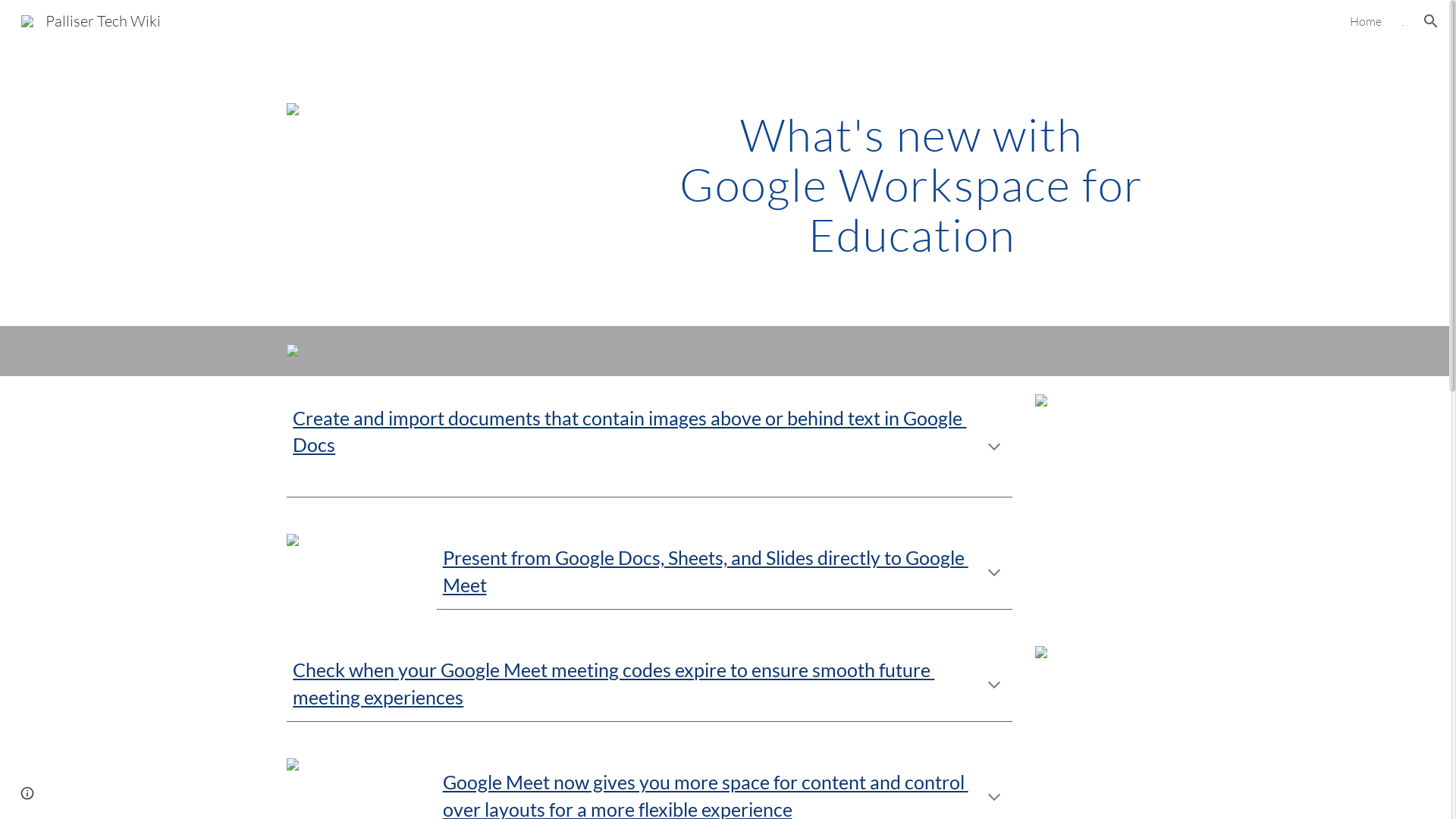  What do you see at coordinates (1365, 20) in the screenshot?
I see `'Home'` at bounding box center [1365, 20].